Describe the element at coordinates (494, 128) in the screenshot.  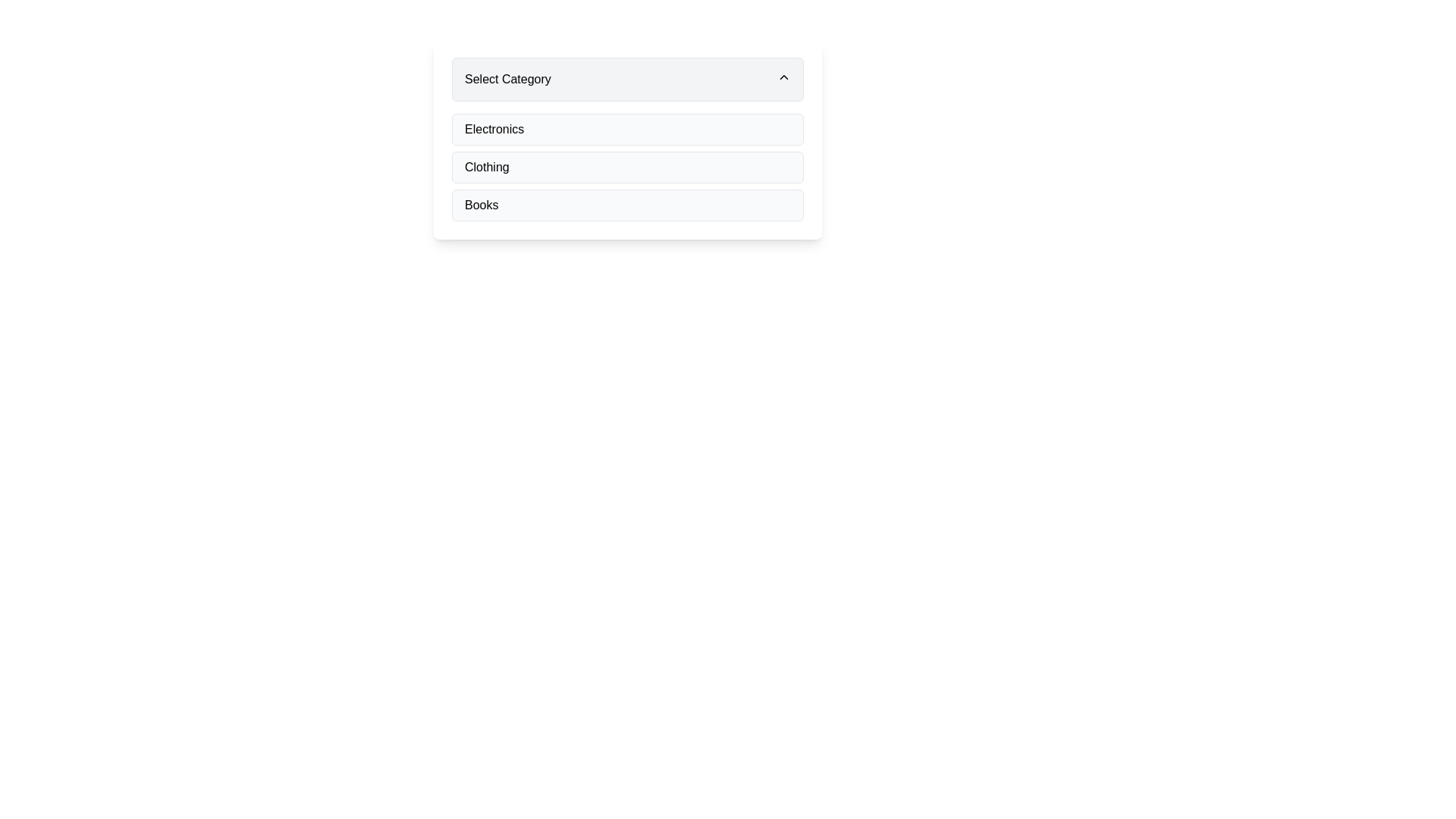
I see `the 'Electronics' text label within the clickable list item, which is the first item under the 'Select Category' section` at that location.